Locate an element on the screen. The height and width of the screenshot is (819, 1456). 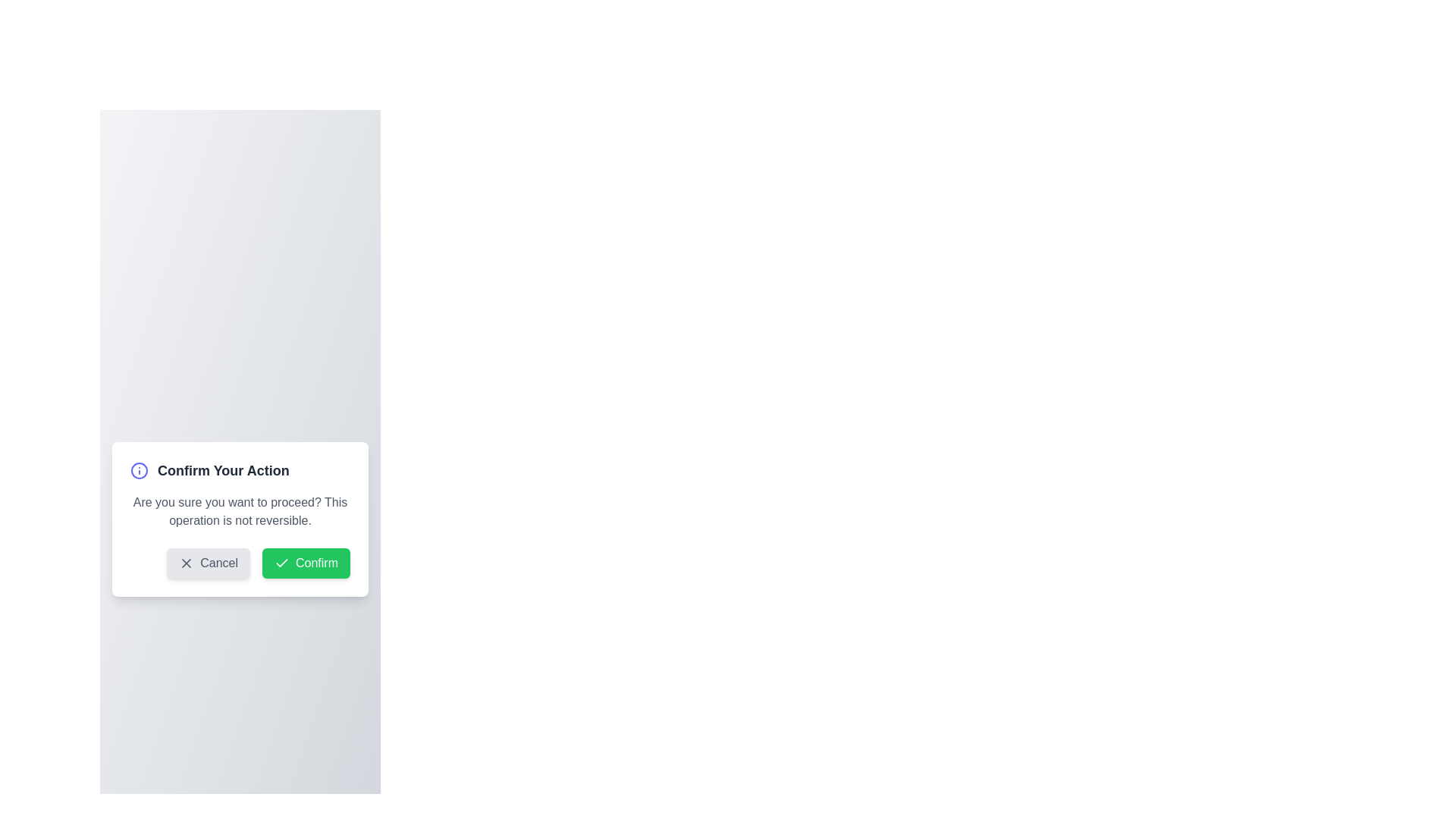
the Static Text Label that serves as the title or header of the dialog box, located in the header section, to the right of the informational icon and above the confirmation message text is located at coordinates (222, 470).